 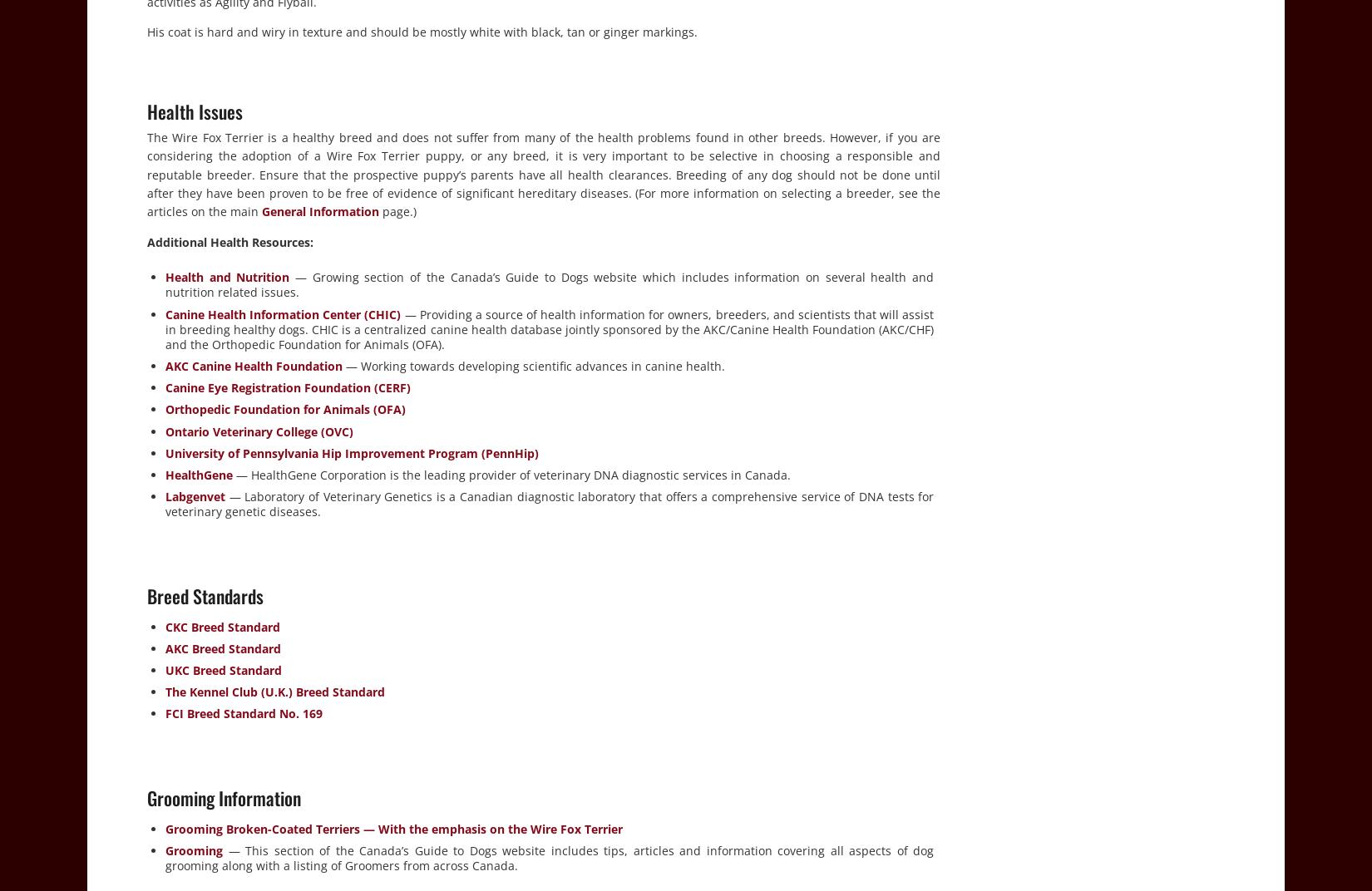 I want to click on 'AKC Canine Health Foundation', so click(x=254, y=365).